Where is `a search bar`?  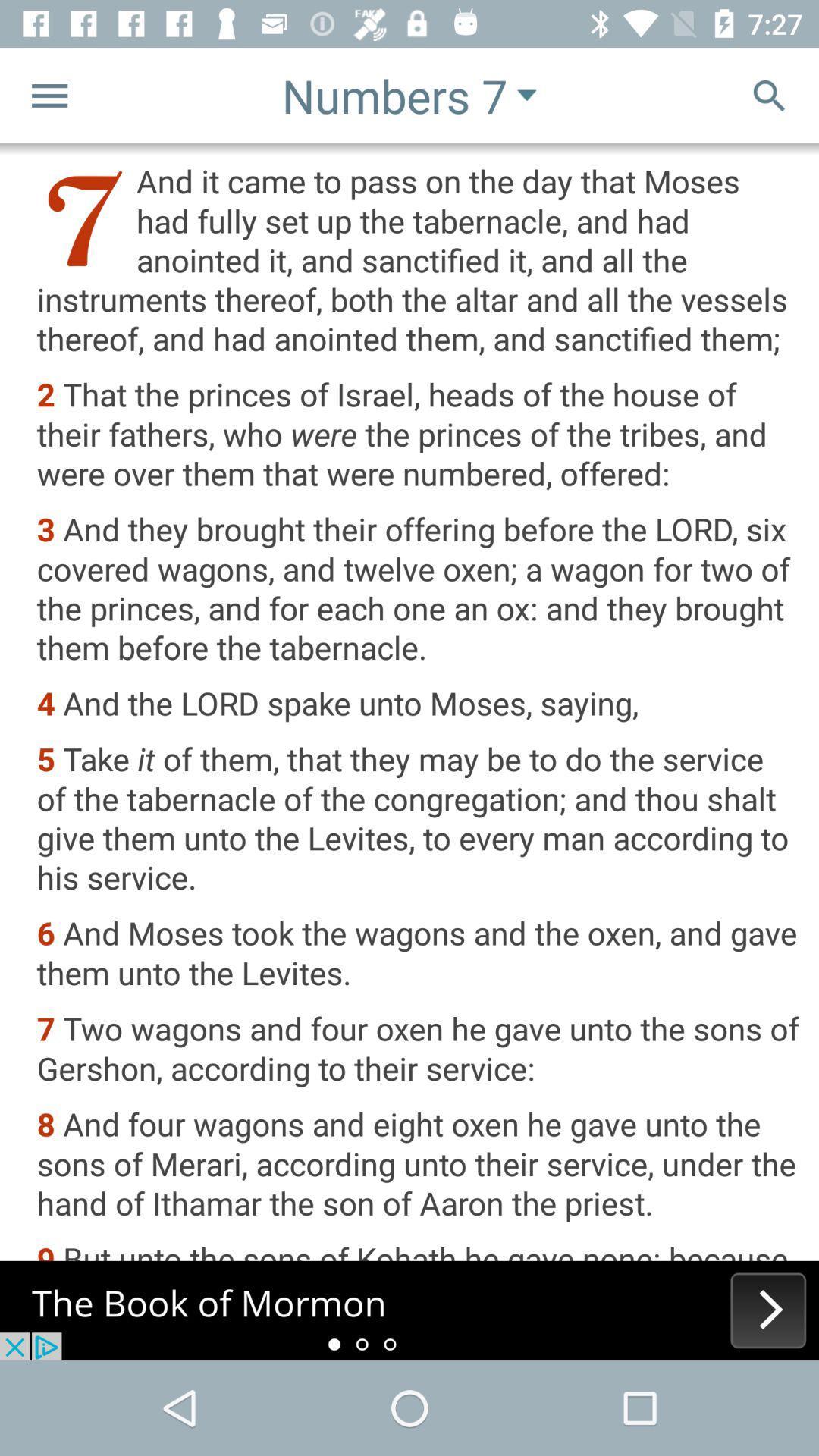 a search bar is located at coordinates (769, 94).